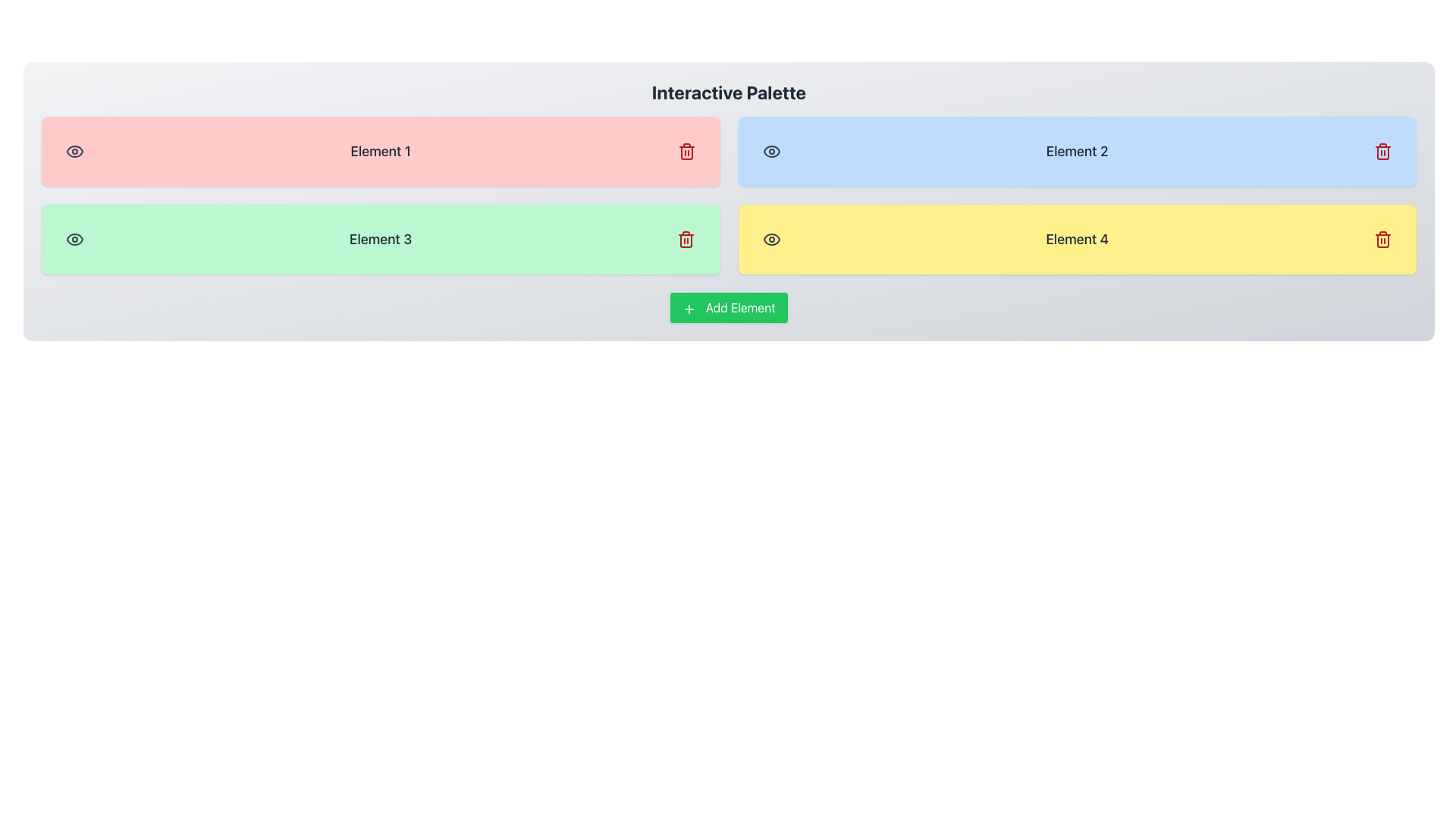  What do you see at coordinates (74, 239) in the screenshot?
I see `the visibility icon located towards the left side of the green box labeled 'Element 3'` at bounding box center [74, 239].